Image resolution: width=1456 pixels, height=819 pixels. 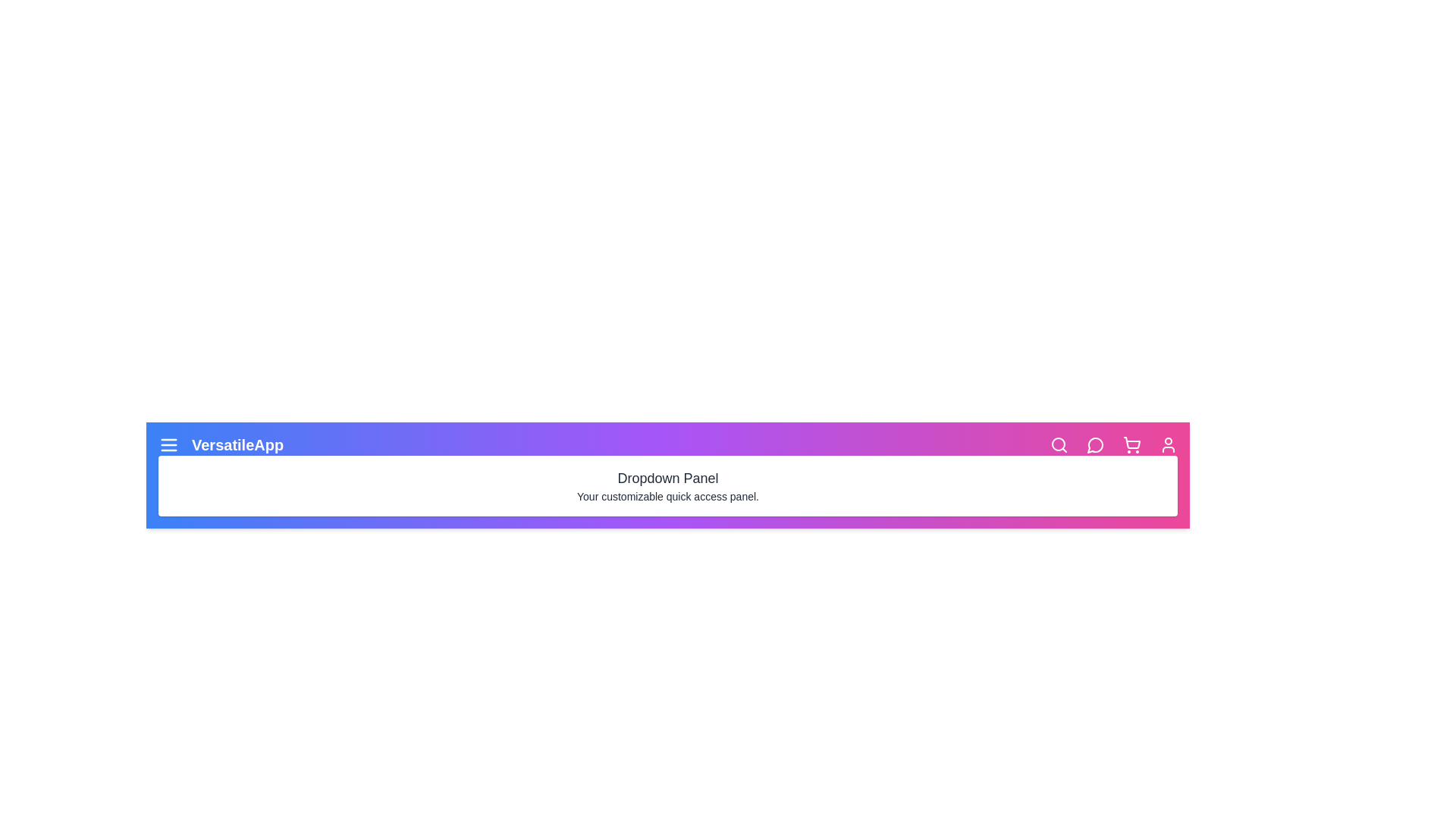 What do you see at coordinates (1131, 444) in the screenshot?
I see `the shopping cart icon to view the shopping cart` at bounding box center [1131, 444].